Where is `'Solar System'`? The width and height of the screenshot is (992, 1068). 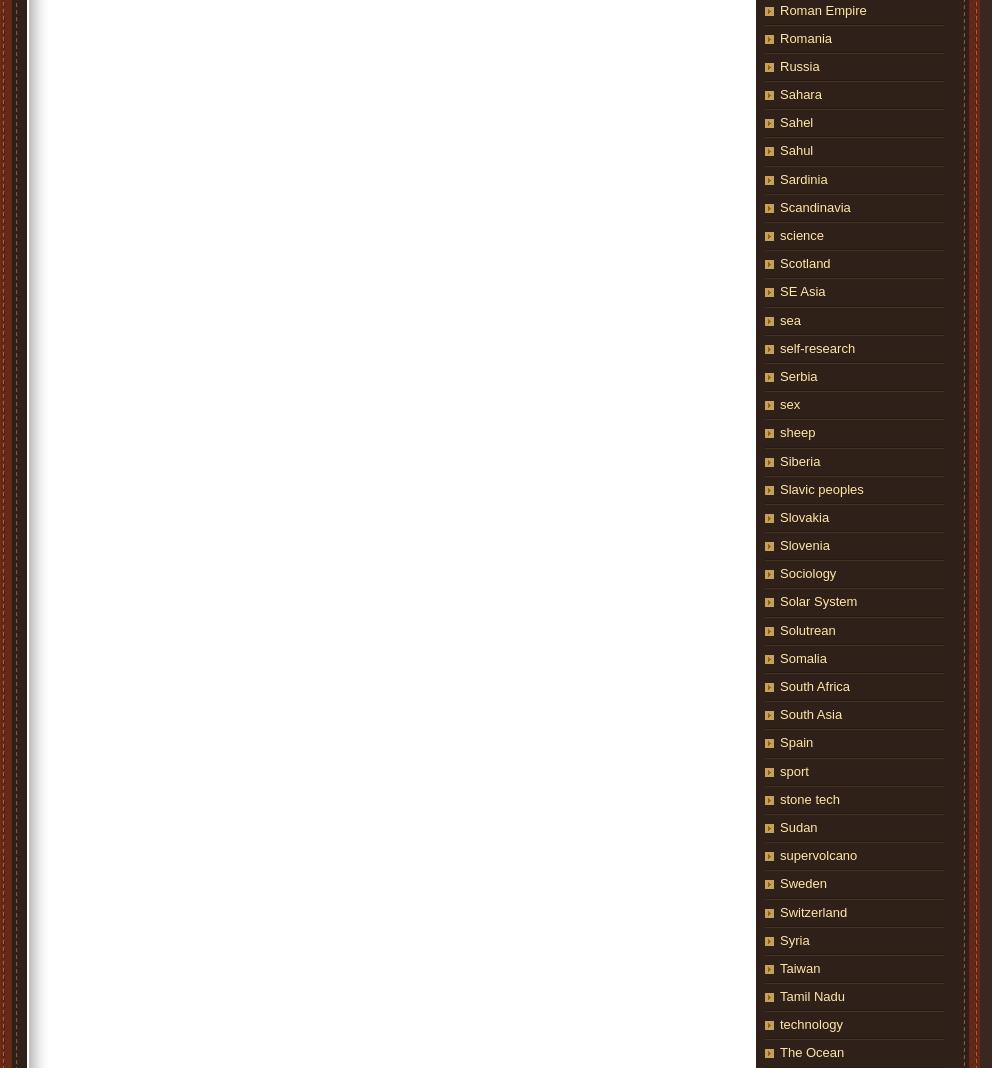 'Solar System' is located at coordinates (818, 600).